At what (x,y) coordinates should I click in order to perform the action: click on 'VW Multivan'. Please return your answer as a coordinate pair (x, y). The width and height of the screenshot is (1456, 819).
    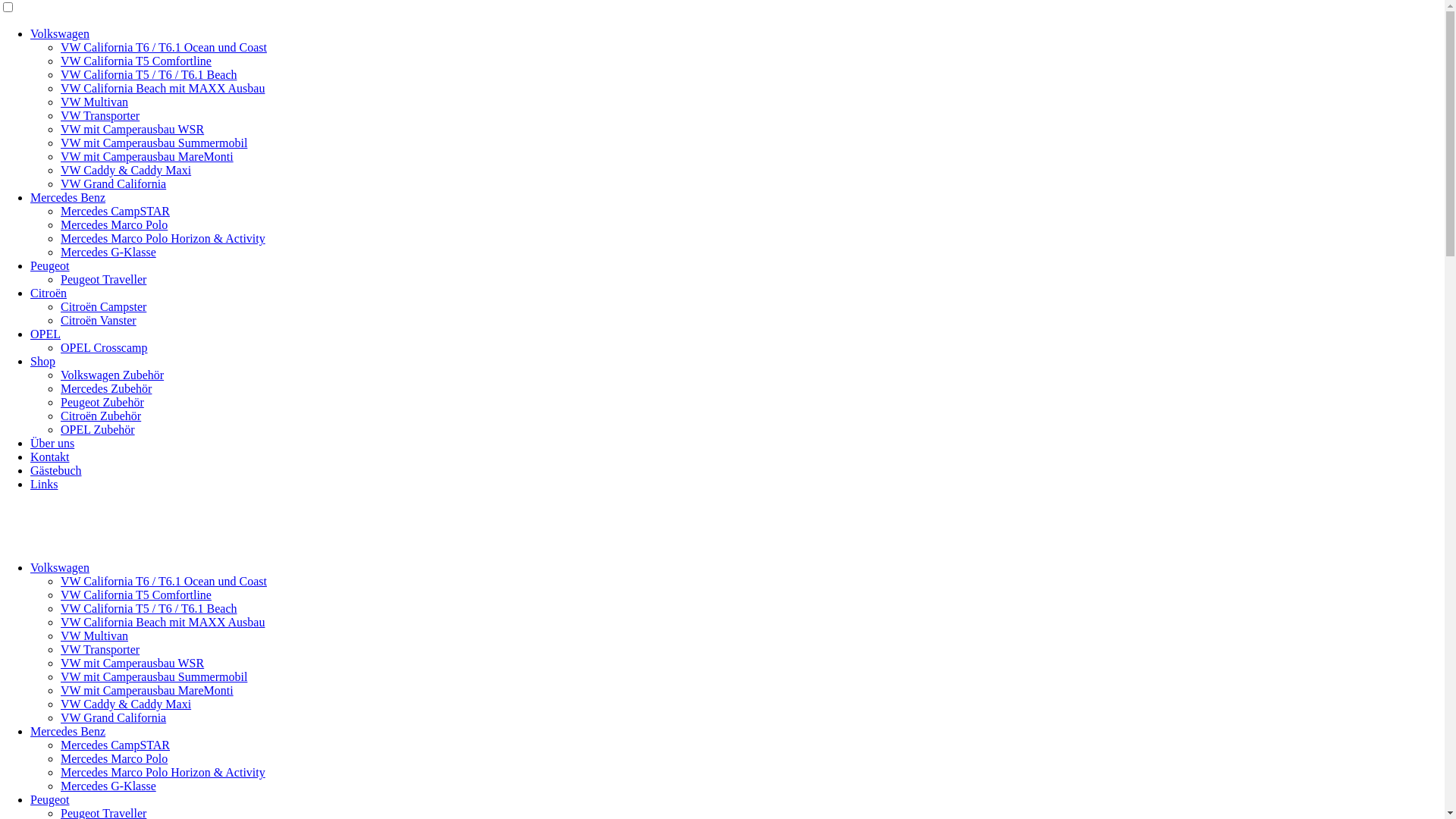
    Looking at the image, I should click on (61, 635).